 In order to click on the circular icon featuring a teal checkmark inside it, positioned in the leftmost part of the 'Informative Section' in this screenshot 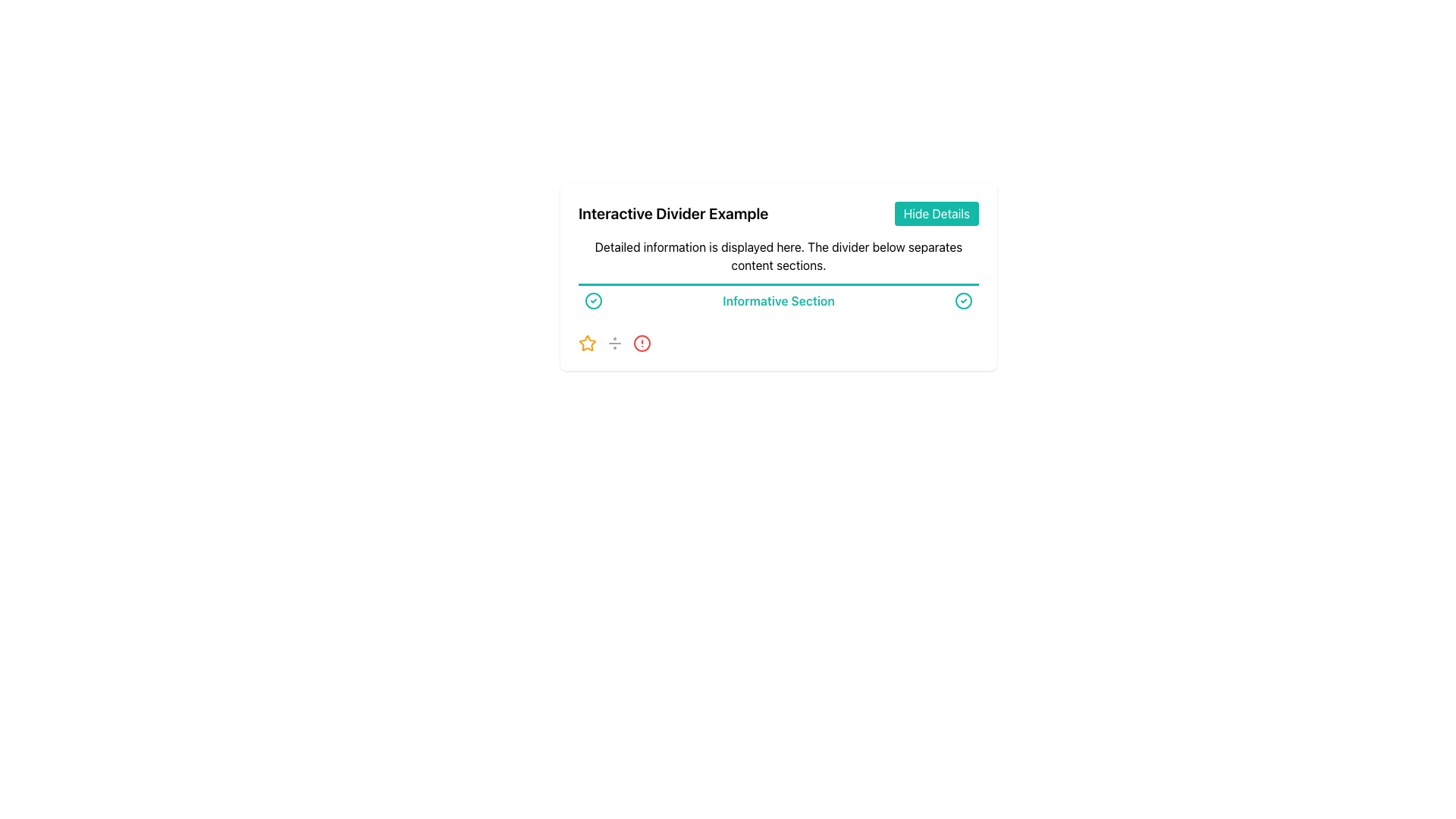, I will do `click(592, 301)`.